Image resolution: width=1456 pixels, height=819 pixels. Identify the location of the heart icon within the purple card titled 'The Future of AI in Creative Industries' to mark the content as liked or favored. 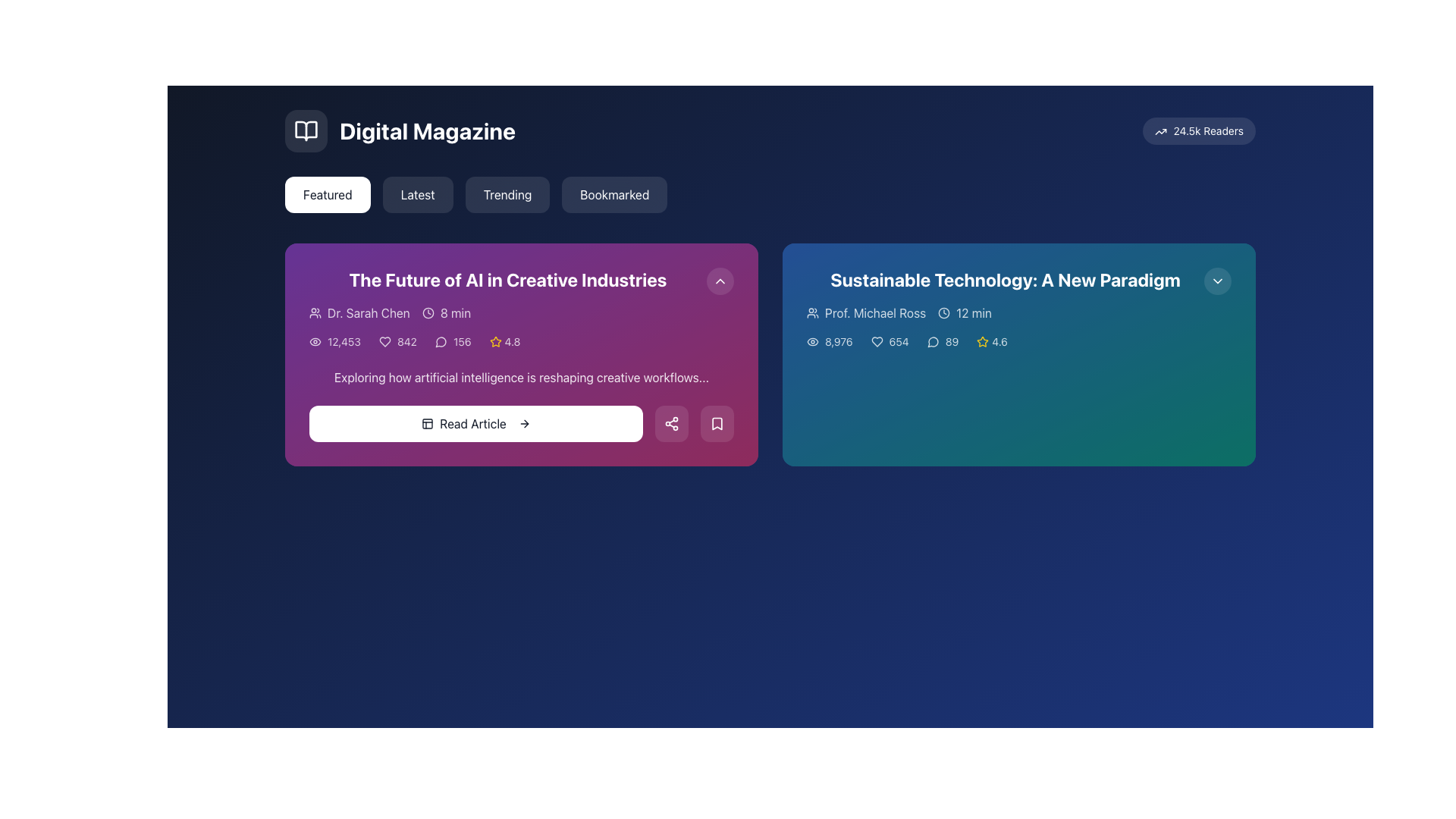
(385, 342).